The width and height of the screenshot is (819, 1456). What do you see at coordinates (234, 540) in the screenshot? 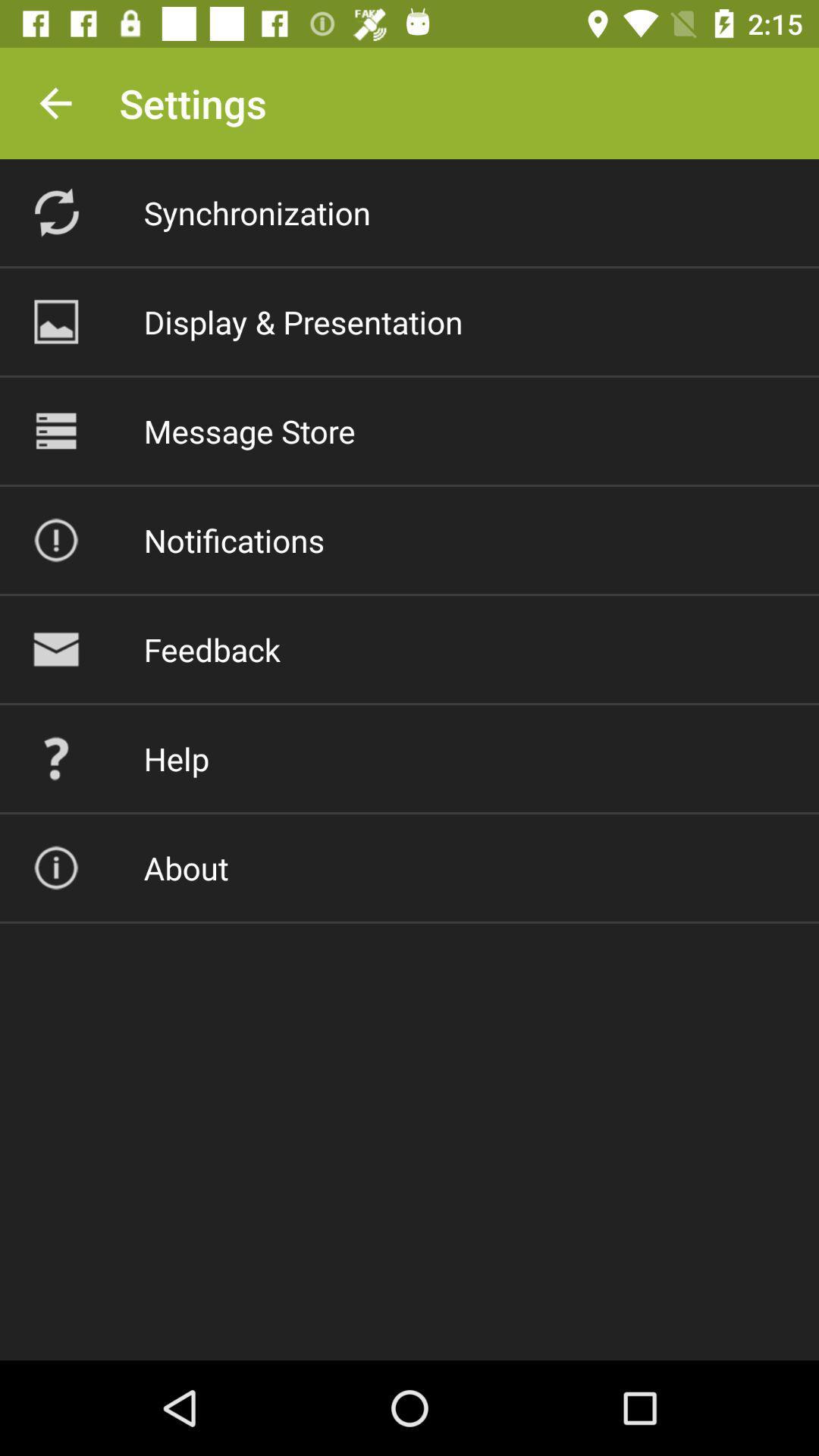
I see `the icon above feedback` at bounding box center [234, 540].